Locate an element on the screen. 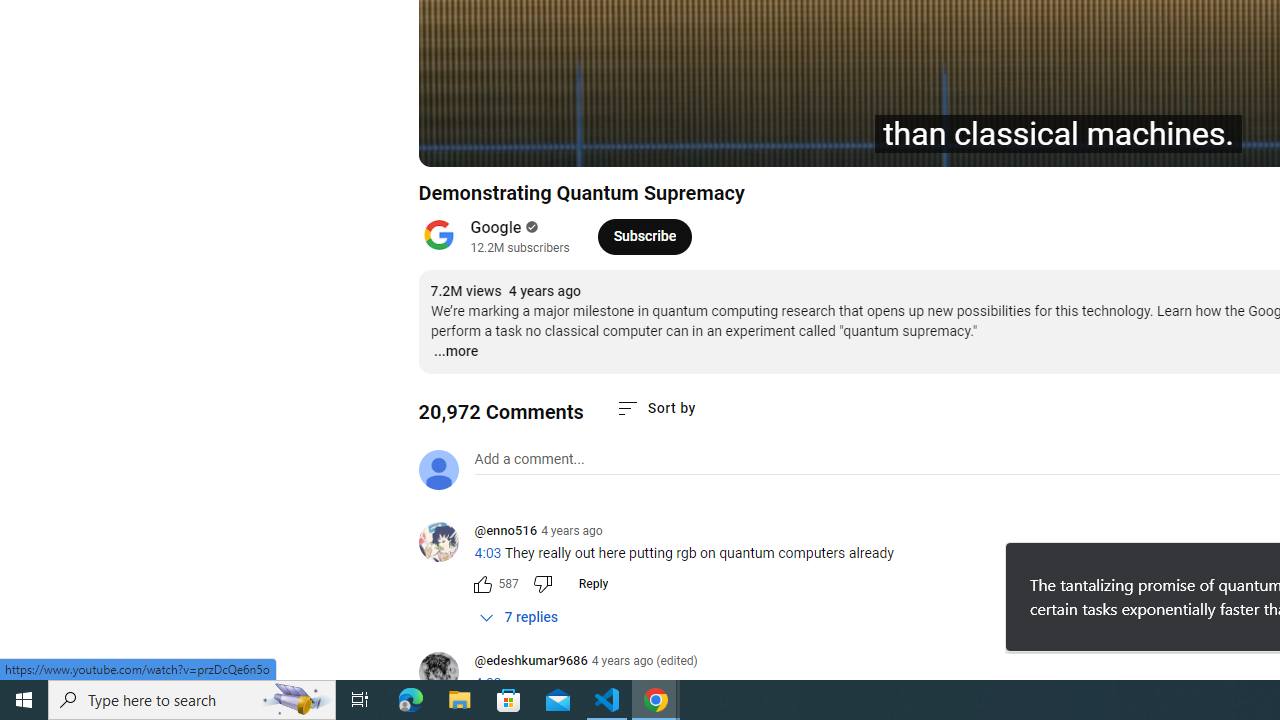  '7 replies' is located at coordinates (519, 616).